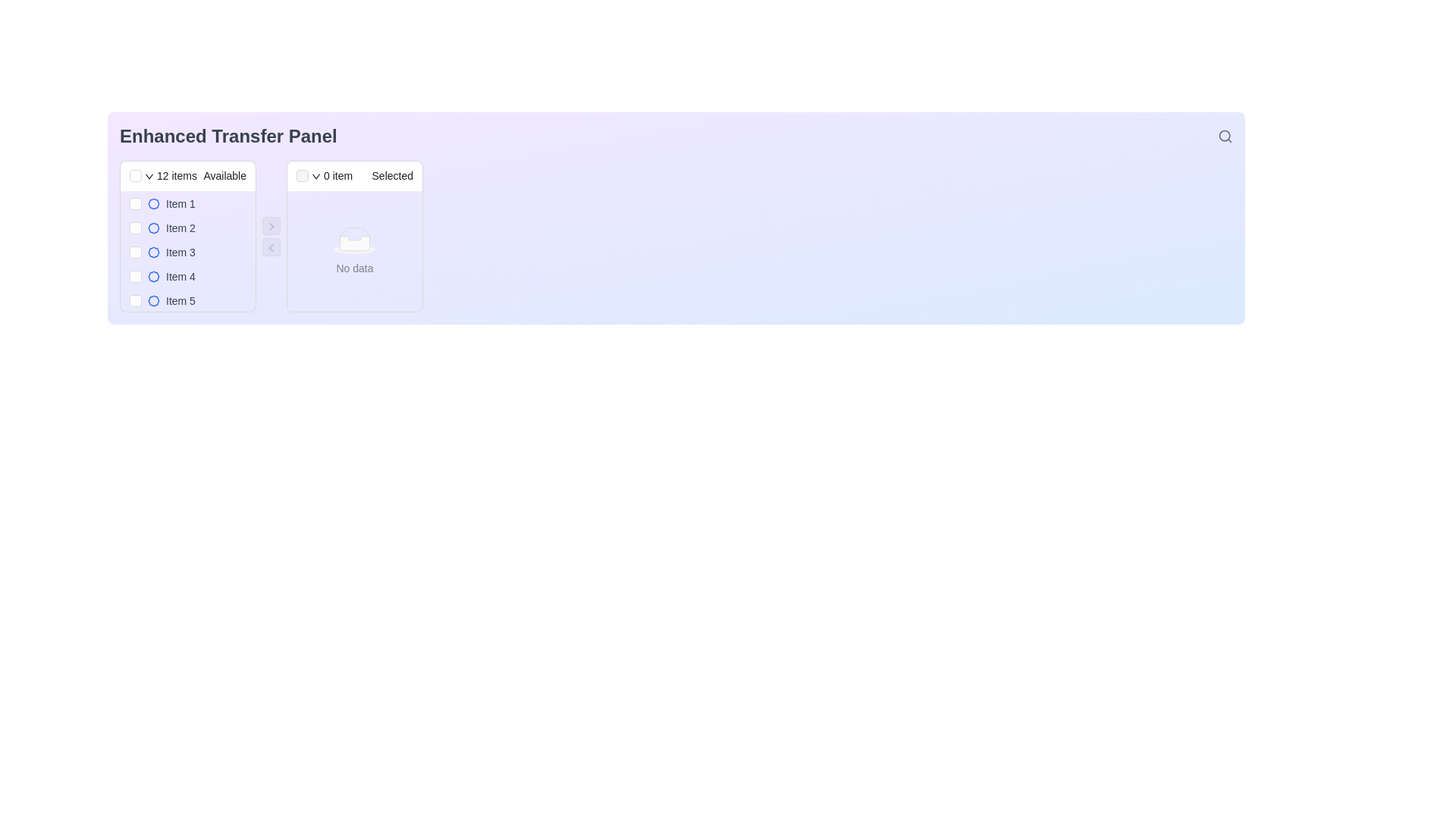 The image size is (1456, 819). I want to click on the informational message placeholder indicating 'No data' within the 'Selected' section of the enhanced transfer panel, so click(353, 250).